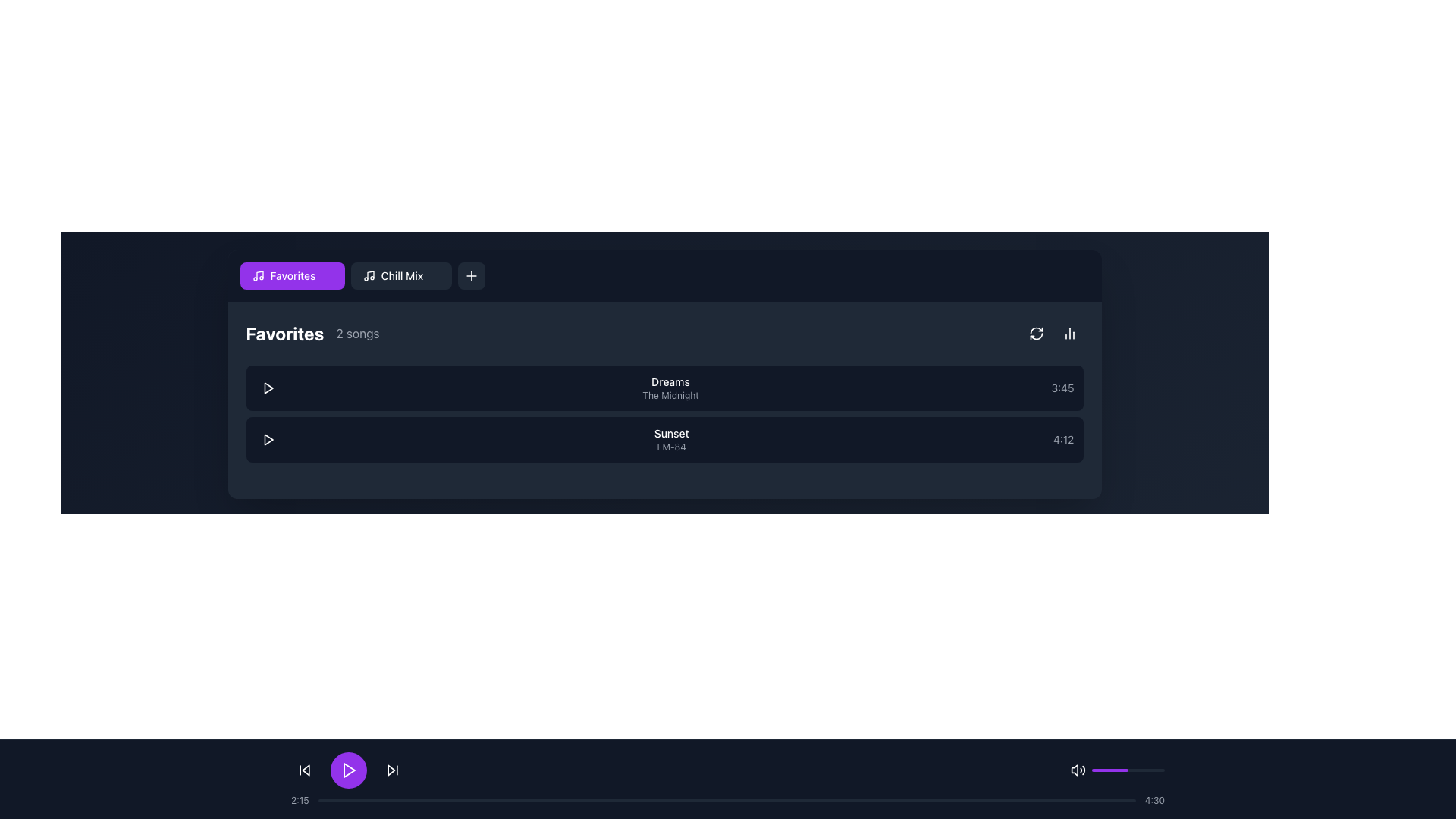 The image size is (1456, 819). Describe the element at coordinates (857, 800) in the screenshot. I see `the playback position` at that location.